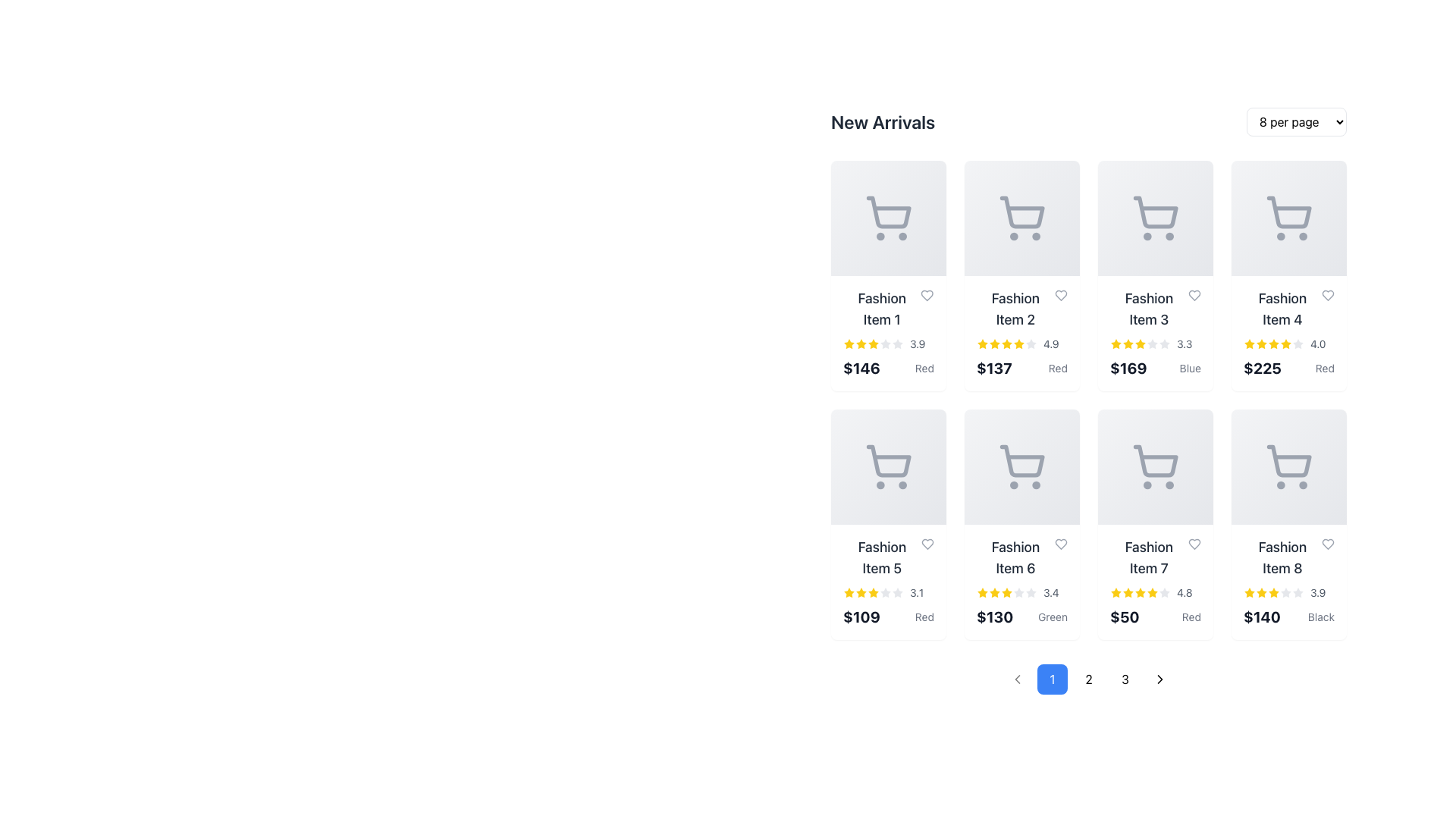 Image resolution: width=1456 pixels, height=819 pixels. What do you see at coordinates (1288, 212) in the screenshot?
I see `the shopping cart icon located in the fourth card of the first row, positioned above 'Fashion Item 4'` at bounding box center [1288, 212].